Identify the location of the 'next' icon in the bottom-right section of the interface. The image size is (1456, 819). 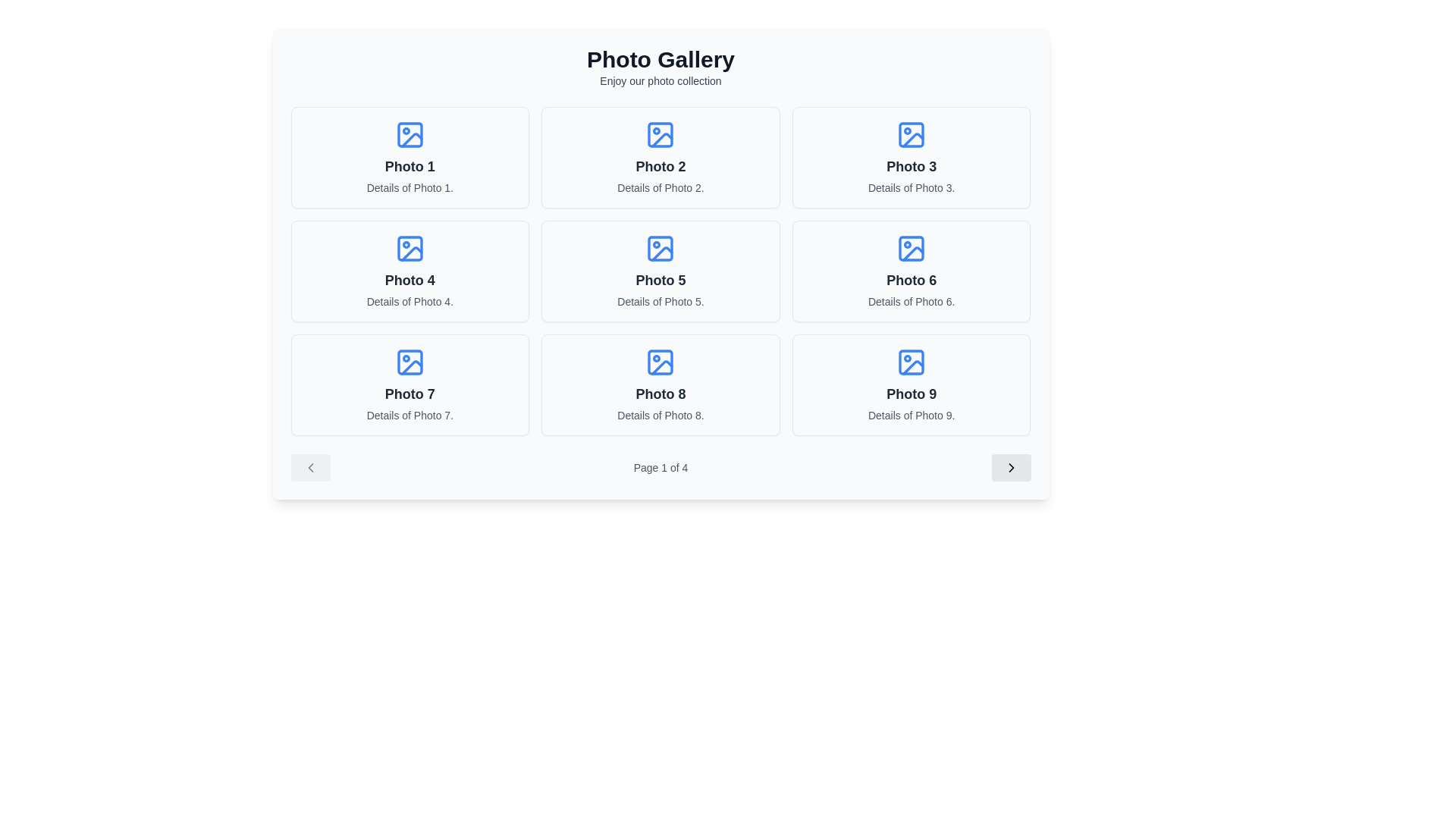
(1011, 467).